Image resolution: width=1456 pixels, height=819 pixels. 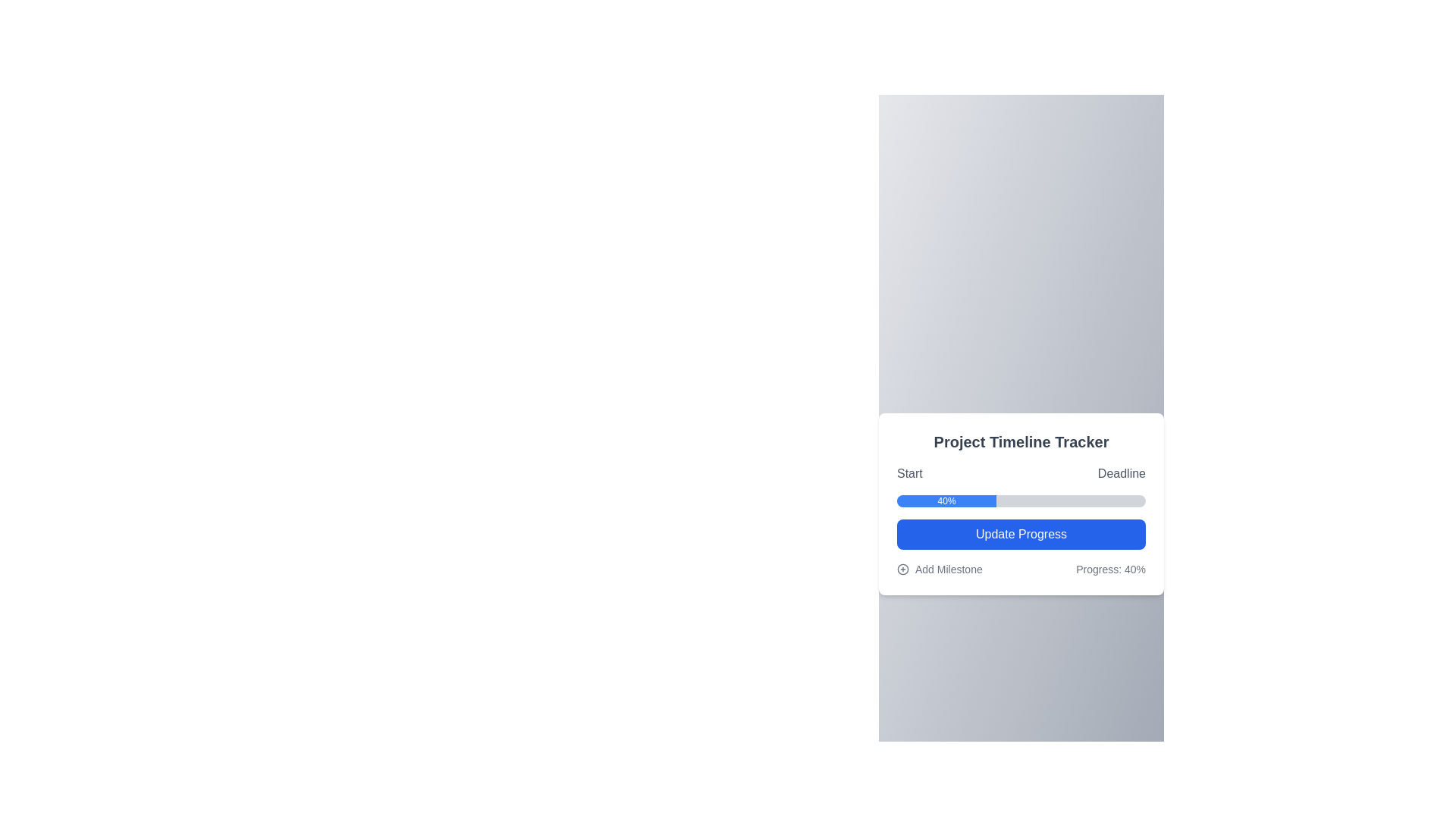 I want to click on the static text label indicating the project deadline, which is the second item in a two-column layout, positioned to the right of the 'Start' label, so click(x=1122, y=472).